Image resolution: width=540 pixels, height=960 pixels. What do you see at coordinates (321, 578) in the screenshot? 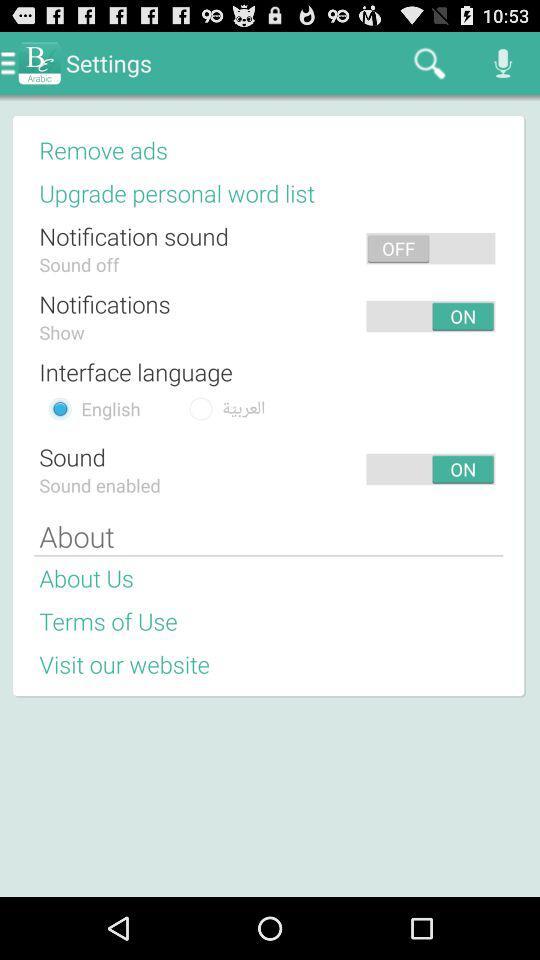
I see `the icon to the right of the about us icon` at bounding box center [321, 578].